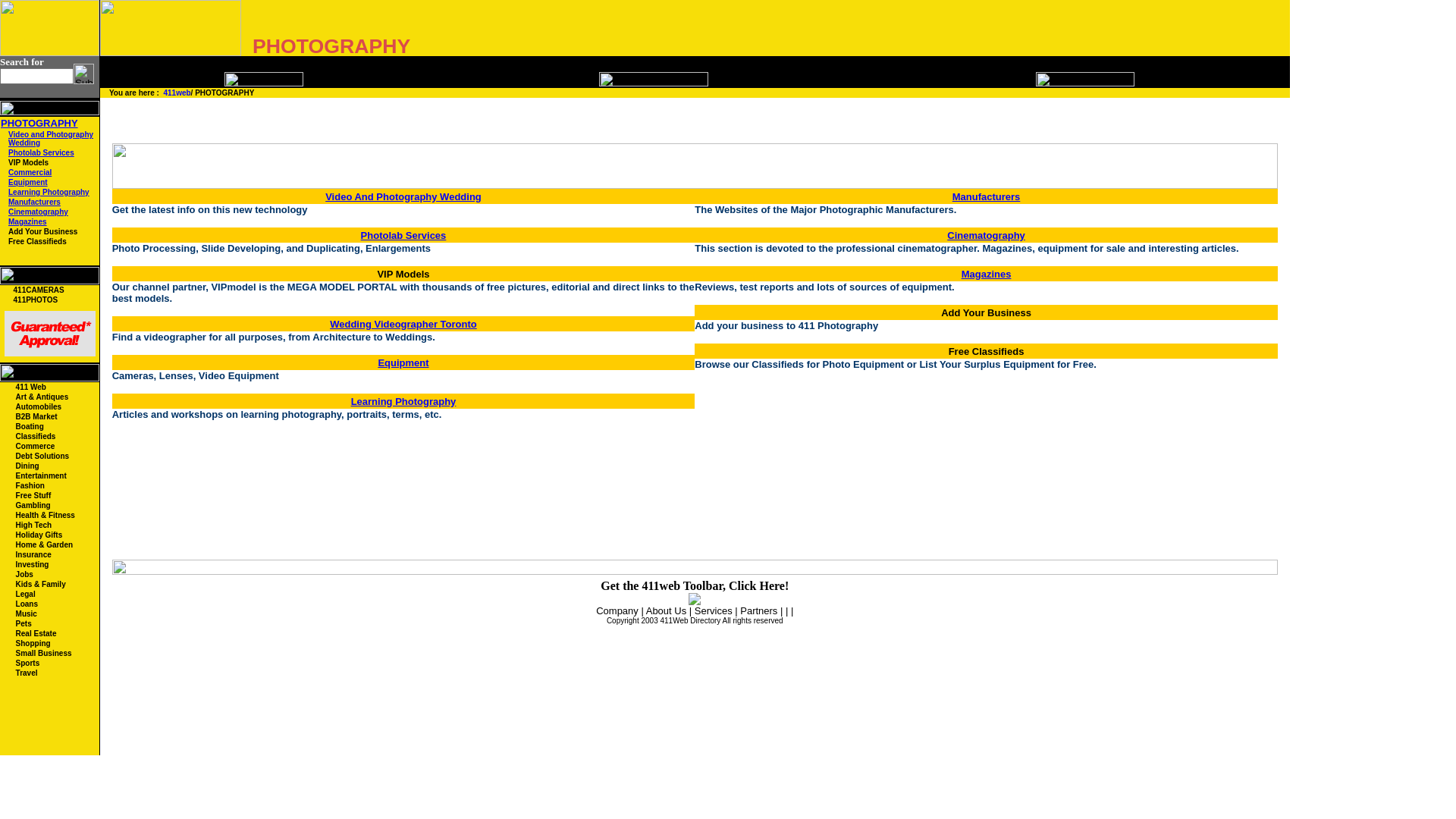  I want to click on 'Equipment', so click(403, 361).